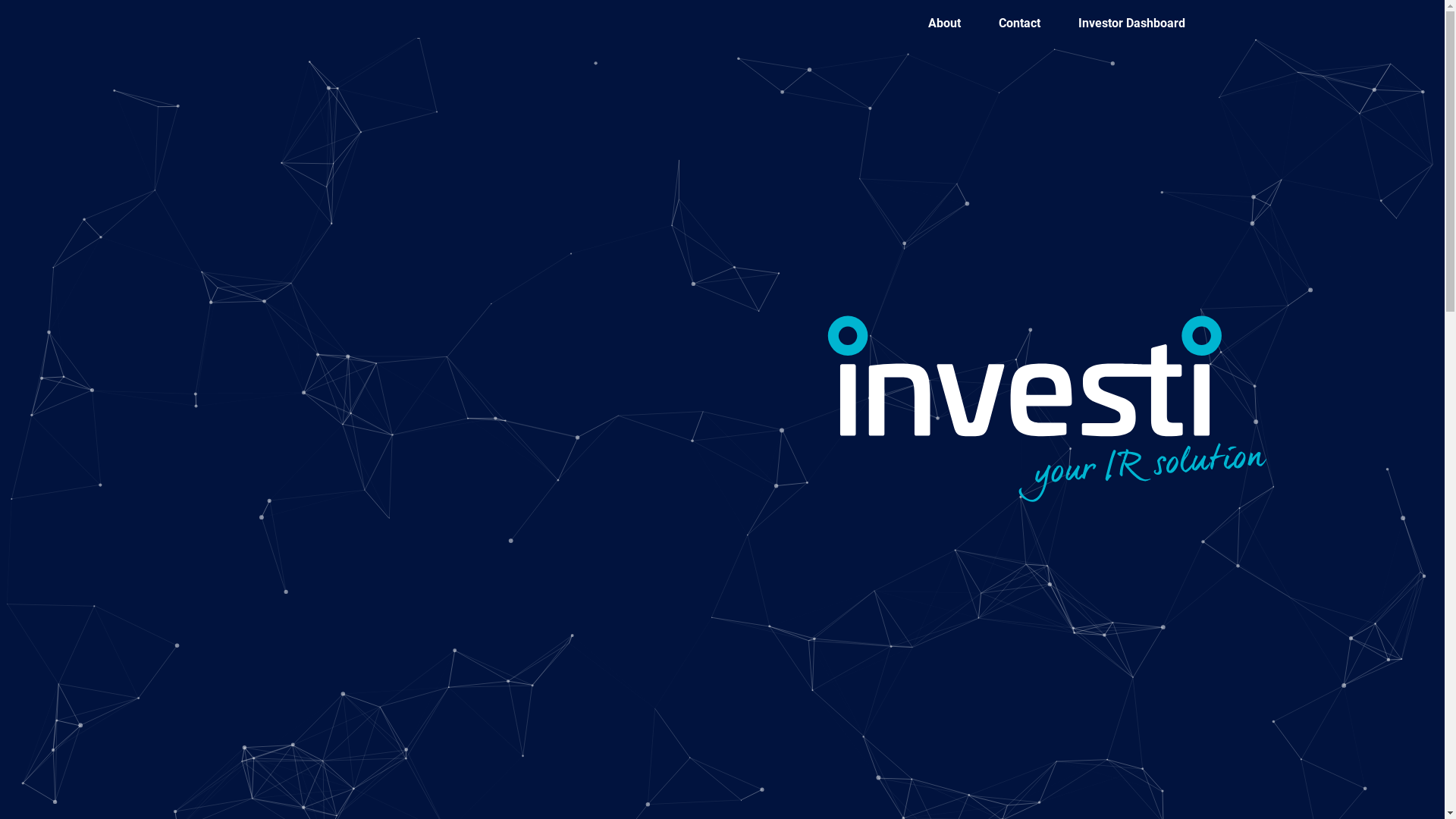 This screenshot has height=819, width=1456. Describe the element at coordinates (1131, 23) in the screenshot. I see `'Investor Dashboard'` at that location.